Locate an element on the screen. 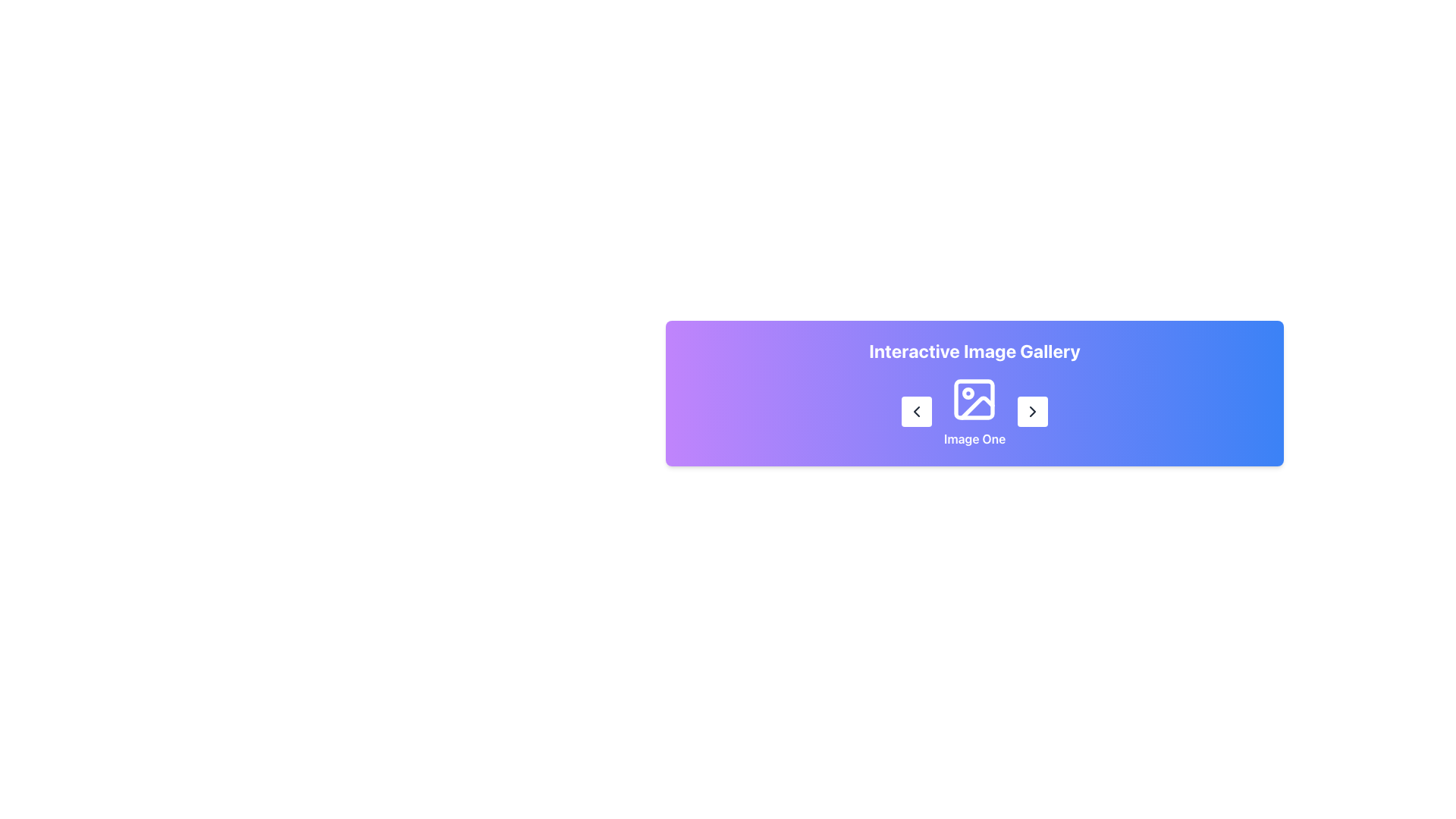 This screenshot has width=1456, height=819. the descriptive text label located directly below the image icon in the interactive gallery section is located at coordinates (974, 438).